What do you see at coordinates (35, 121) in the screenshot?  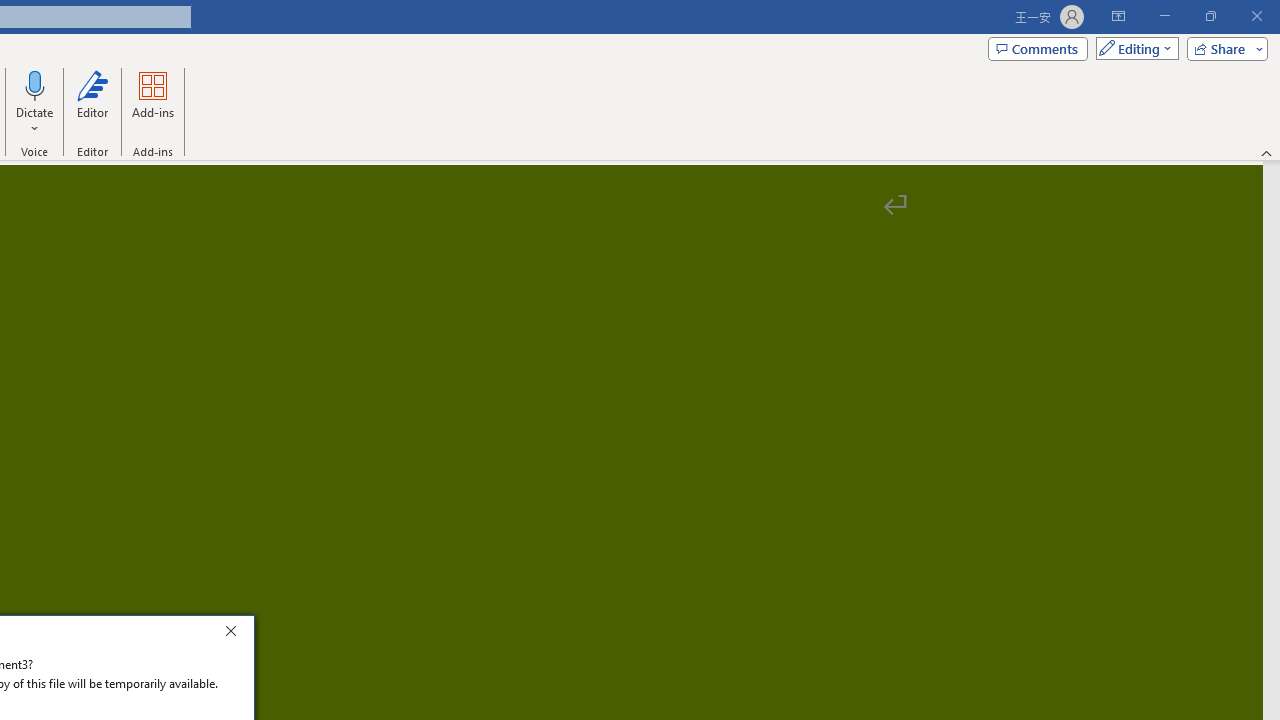 I see `'More Options'` at bounding box center [35, 121].